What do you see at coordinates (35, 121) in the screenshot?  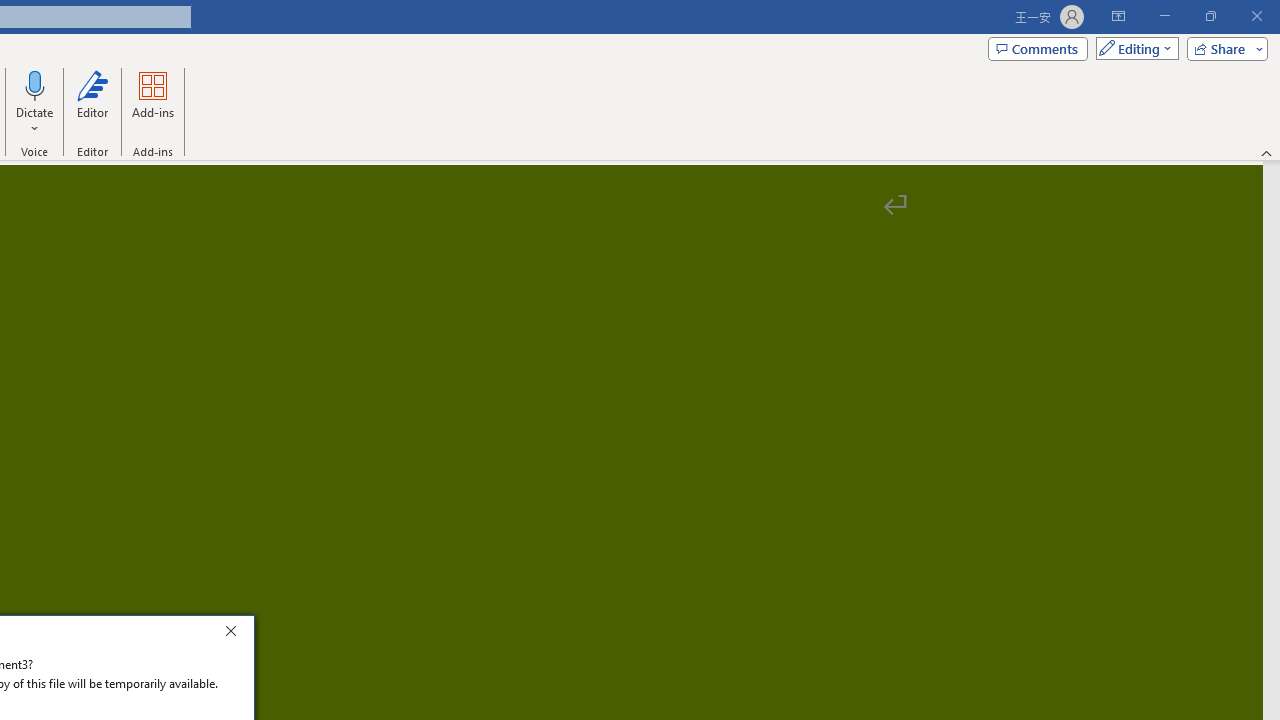 I see `'More Options'` at bounding box center [35, 121].